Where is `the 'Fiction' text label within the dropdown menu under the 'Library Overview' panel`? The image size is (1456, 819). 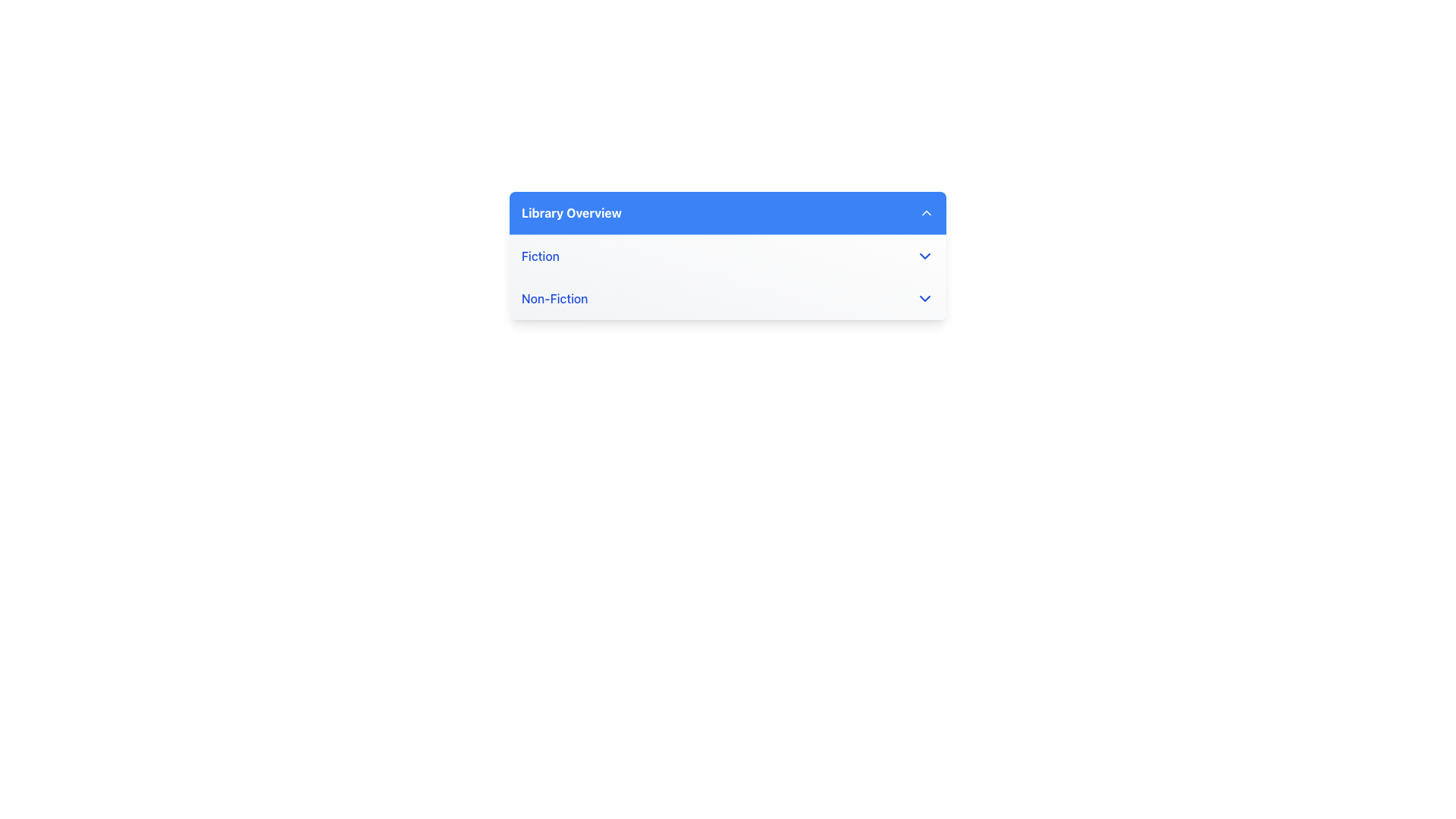 the 'Fiction' text label within the dropdown menu under the 'Library Overview' panel is located at coordinates (540, 256).